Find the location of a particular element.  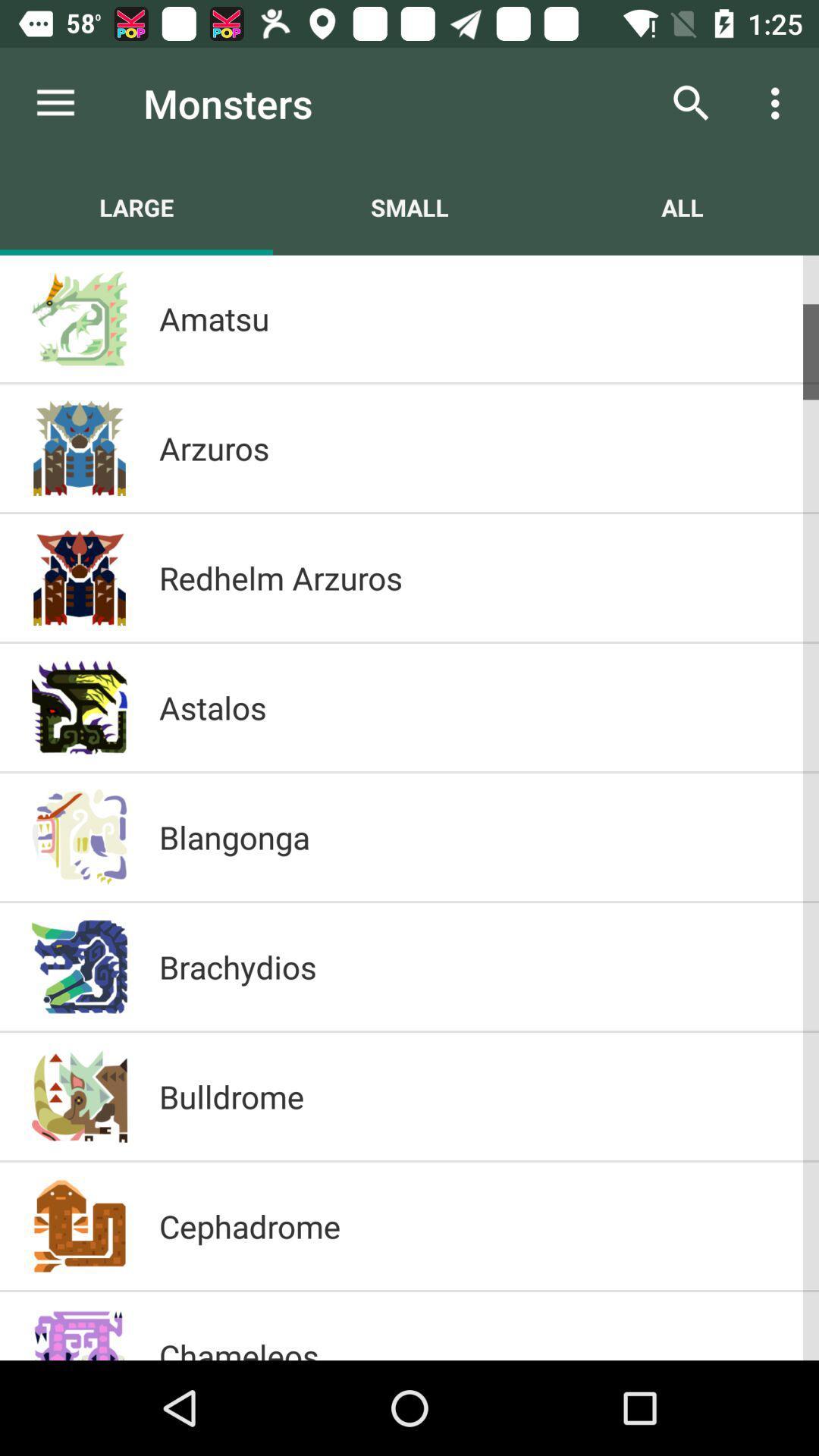

amatsu icon is located at coordinates (472, 318).